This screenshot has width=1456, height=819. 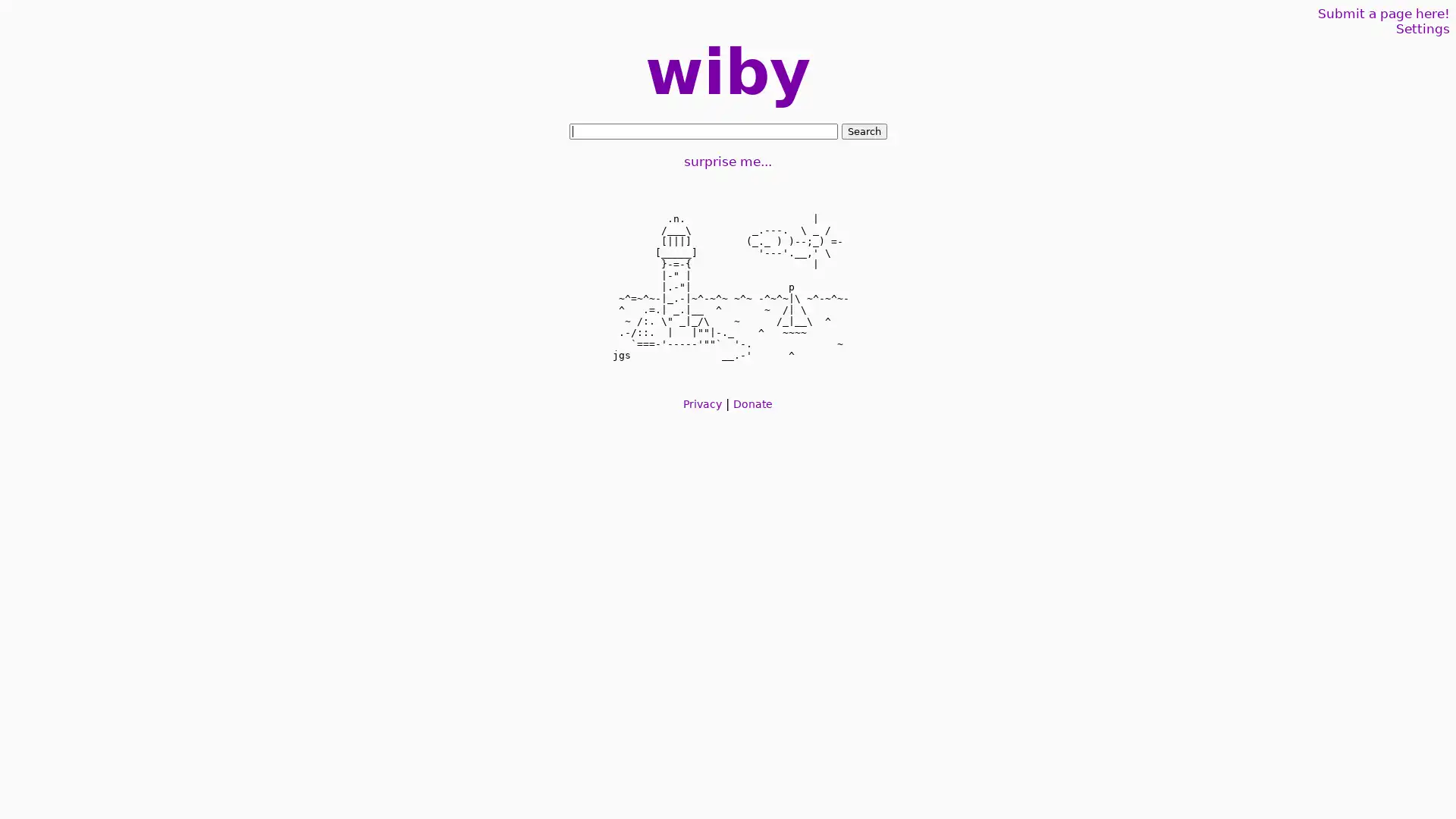 What do you see at coordinates (863, 130) in the screenshot?
I see `Search` at bounding box center [863, 130].